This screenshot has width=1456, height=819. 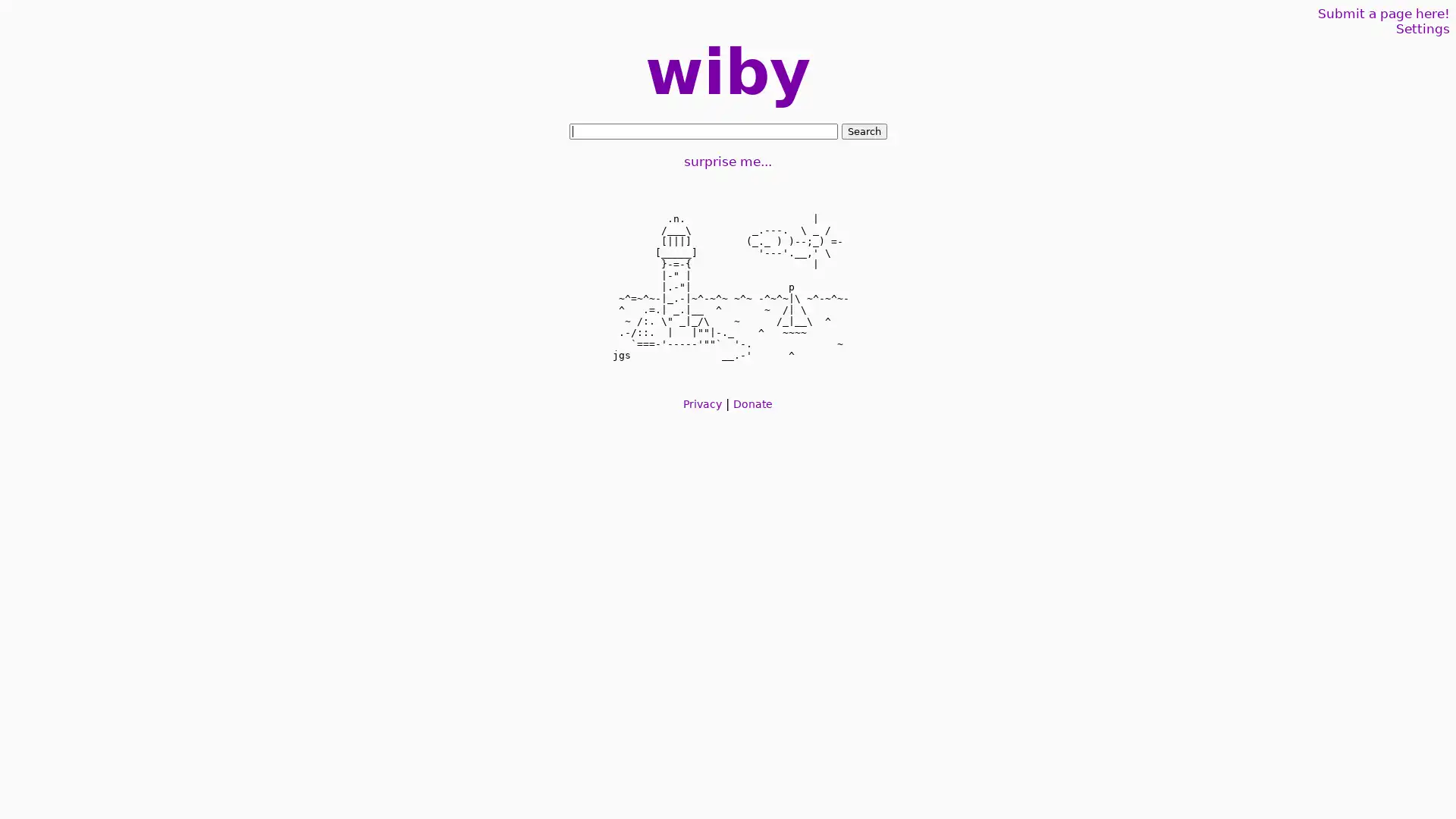 What do you see at coordinates (863, 130) in the screenshot?
I see `Search` at bounding box center [863, 130].